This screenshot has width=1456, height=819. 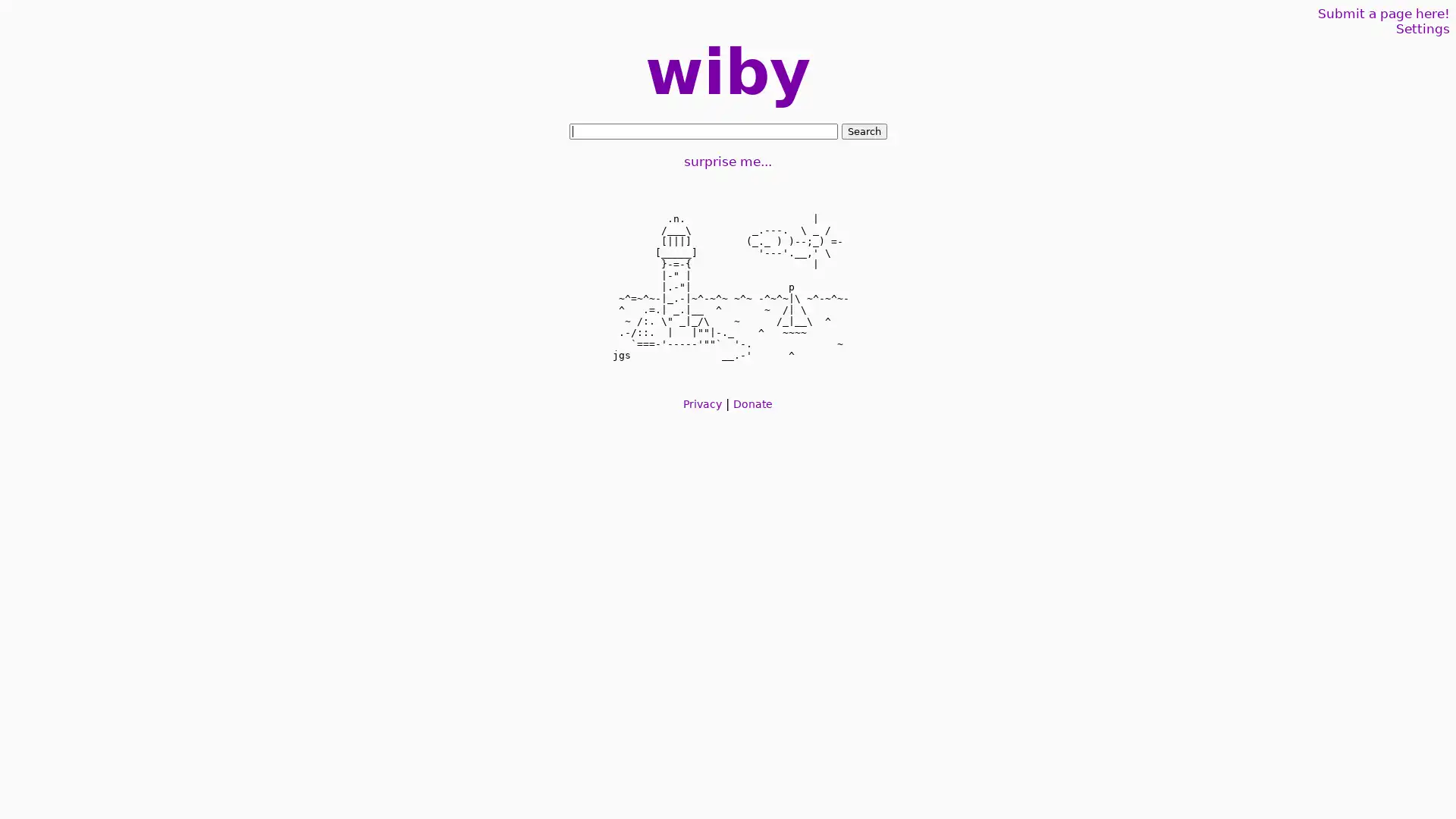 What do you see at coordinates (863, 130) in the screenshot?
I see `Search` at bounding box center [863, 130].